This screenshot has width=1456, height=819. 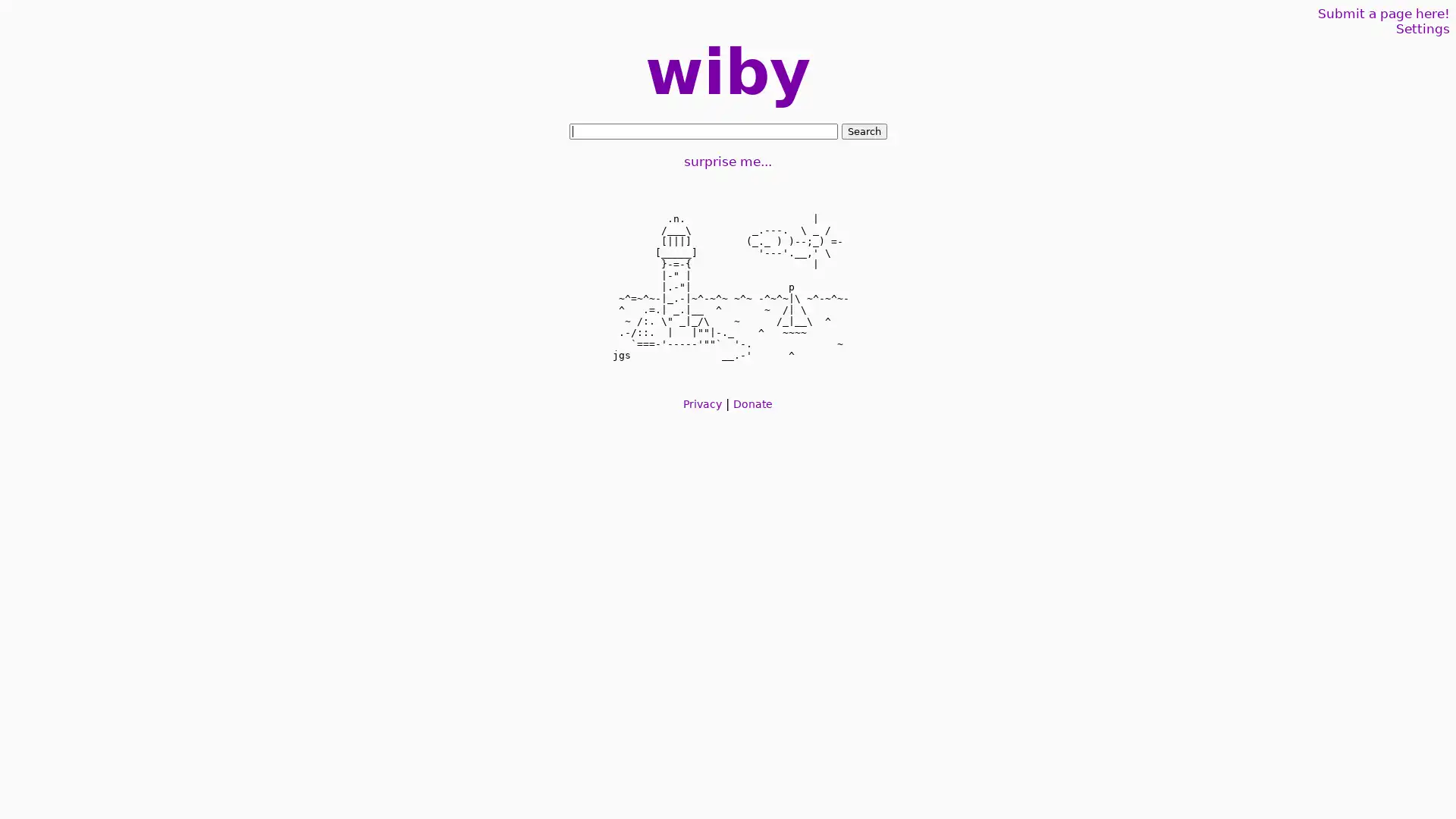 What do you see at coordinates (863, 130) in the screenshot?
I see `Search` at bounding box center [863, 130].